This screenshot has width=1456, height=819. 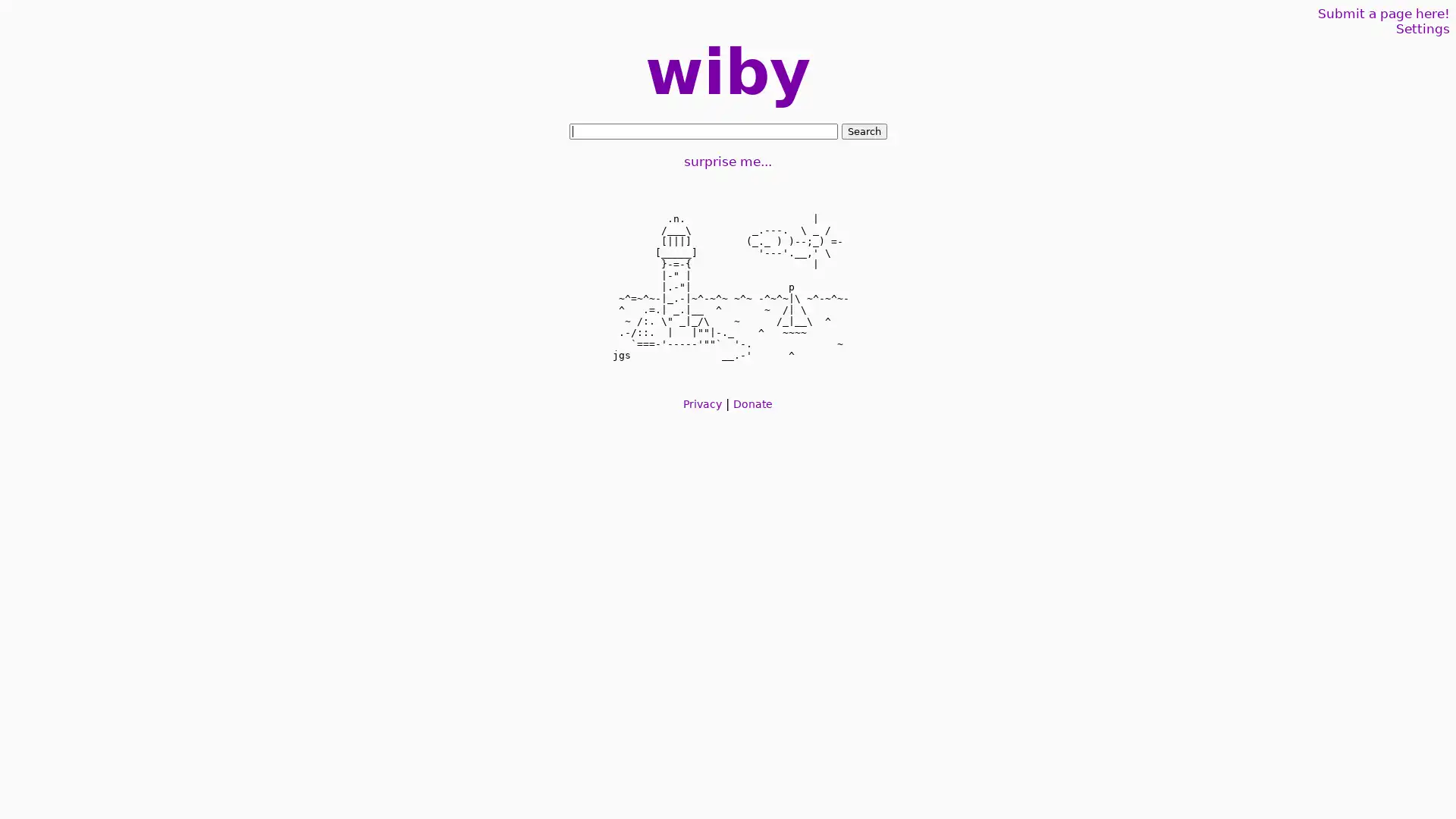 What do you see at coordinates (863, 130) in the screenshot?
I see `Search` at bounding box center [863, 130].